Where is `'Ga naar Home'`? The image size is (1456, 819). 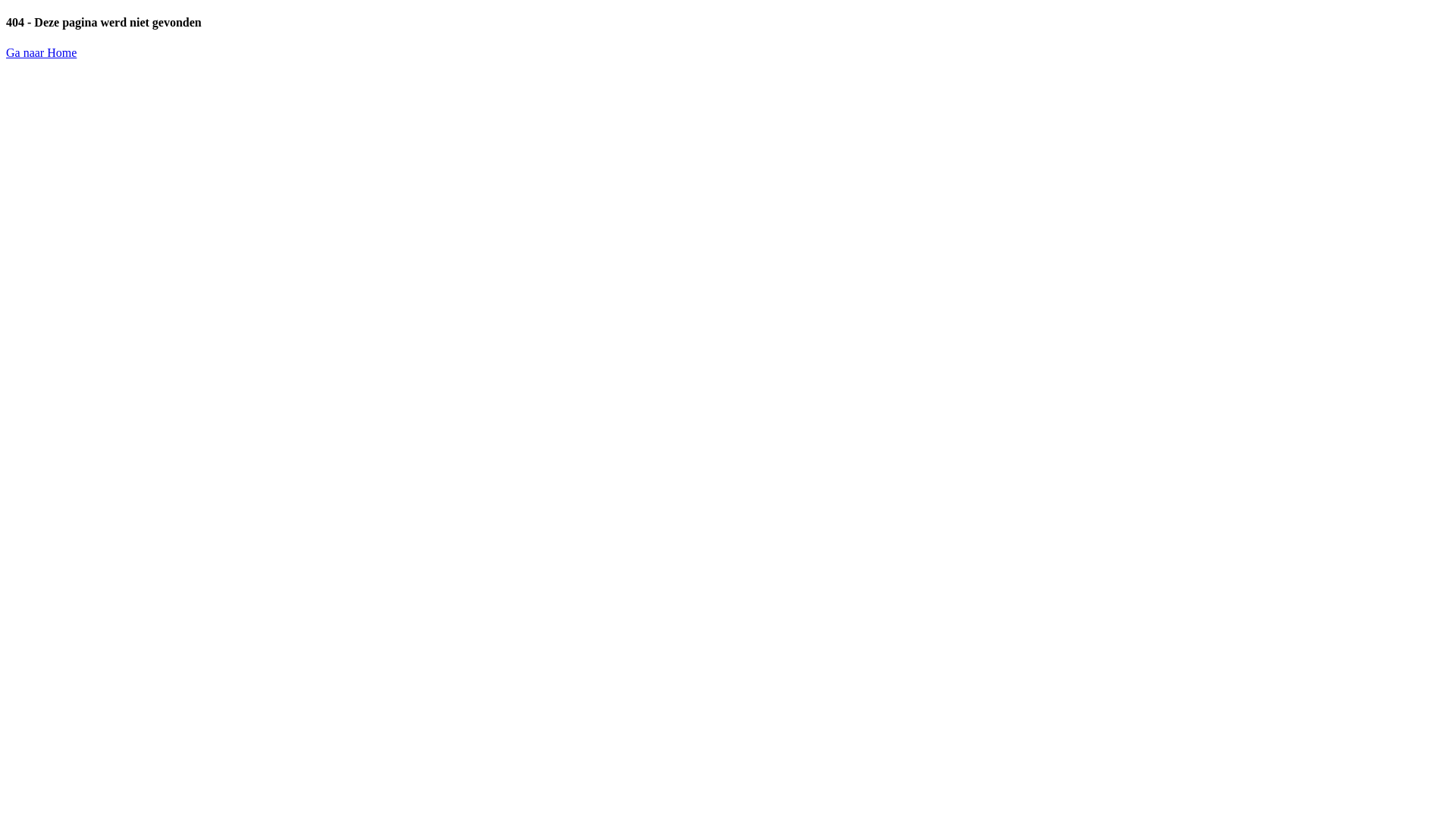
'Ga naar Home' is located at coordinates (41, 52).